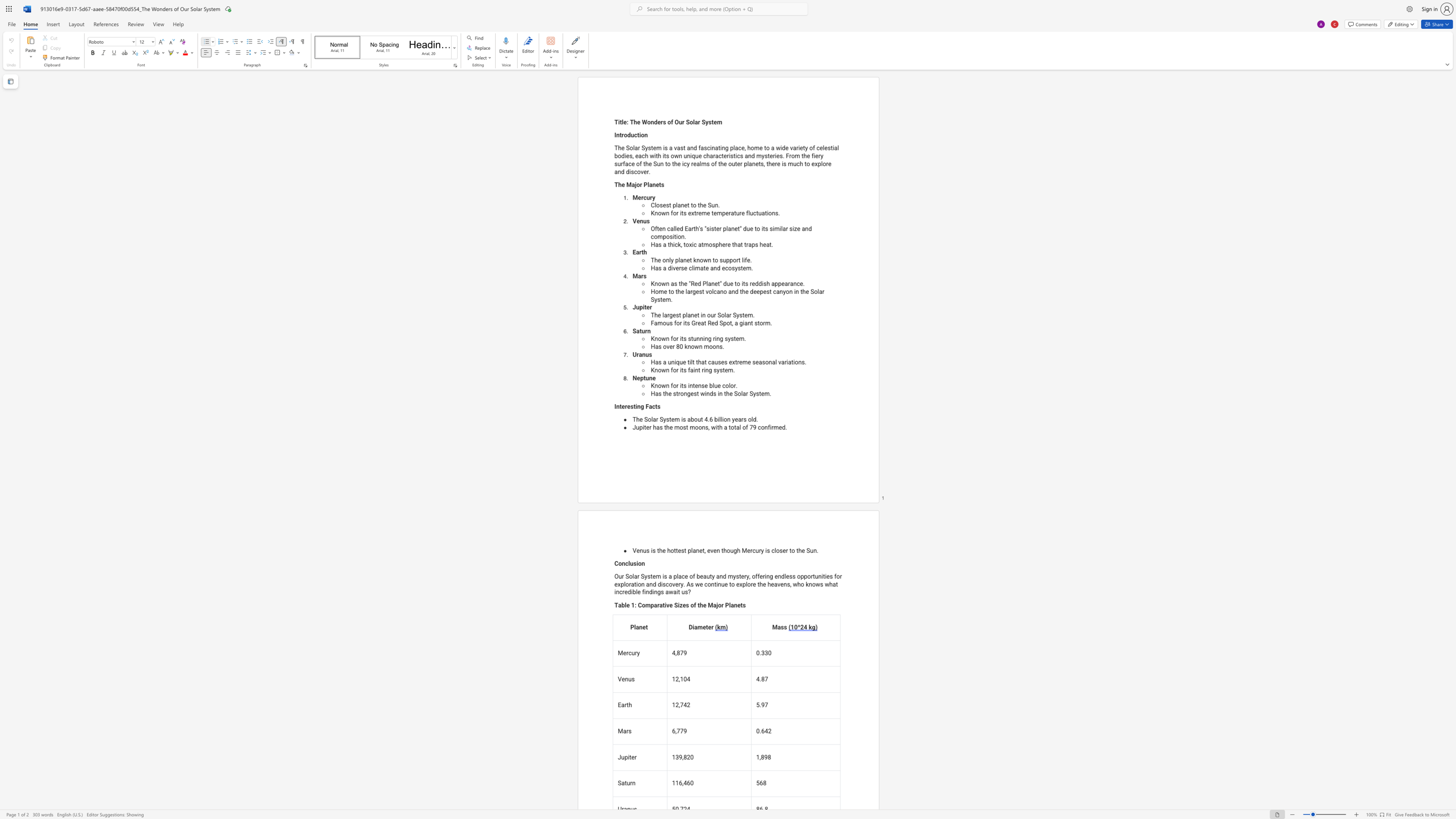 This screenshot has width=1456, height=819. I want to click on the space between the continuous character "T" and "a" in the text, so click(618, 605).